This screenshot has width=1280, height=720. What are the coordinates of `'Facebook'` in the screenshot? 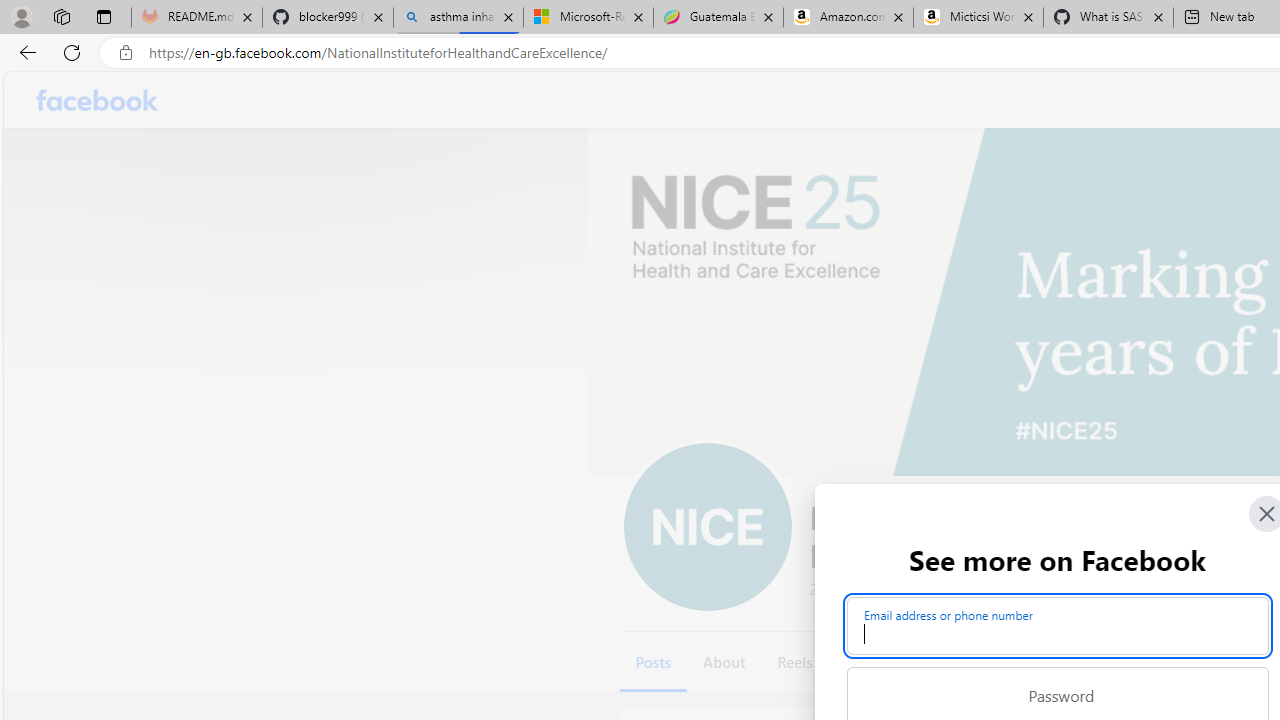 It's located at (96, 100).